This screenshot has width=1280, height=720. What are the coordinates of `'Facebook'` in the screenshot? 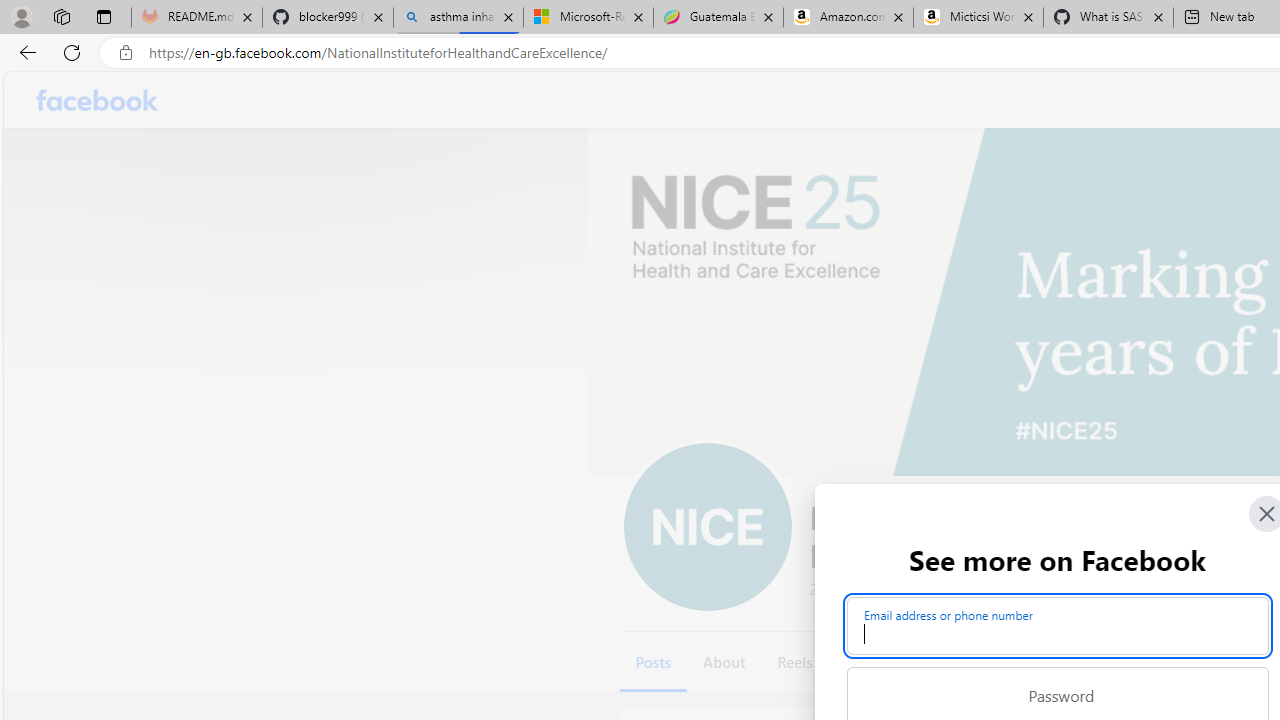 It's located at (96, 100).